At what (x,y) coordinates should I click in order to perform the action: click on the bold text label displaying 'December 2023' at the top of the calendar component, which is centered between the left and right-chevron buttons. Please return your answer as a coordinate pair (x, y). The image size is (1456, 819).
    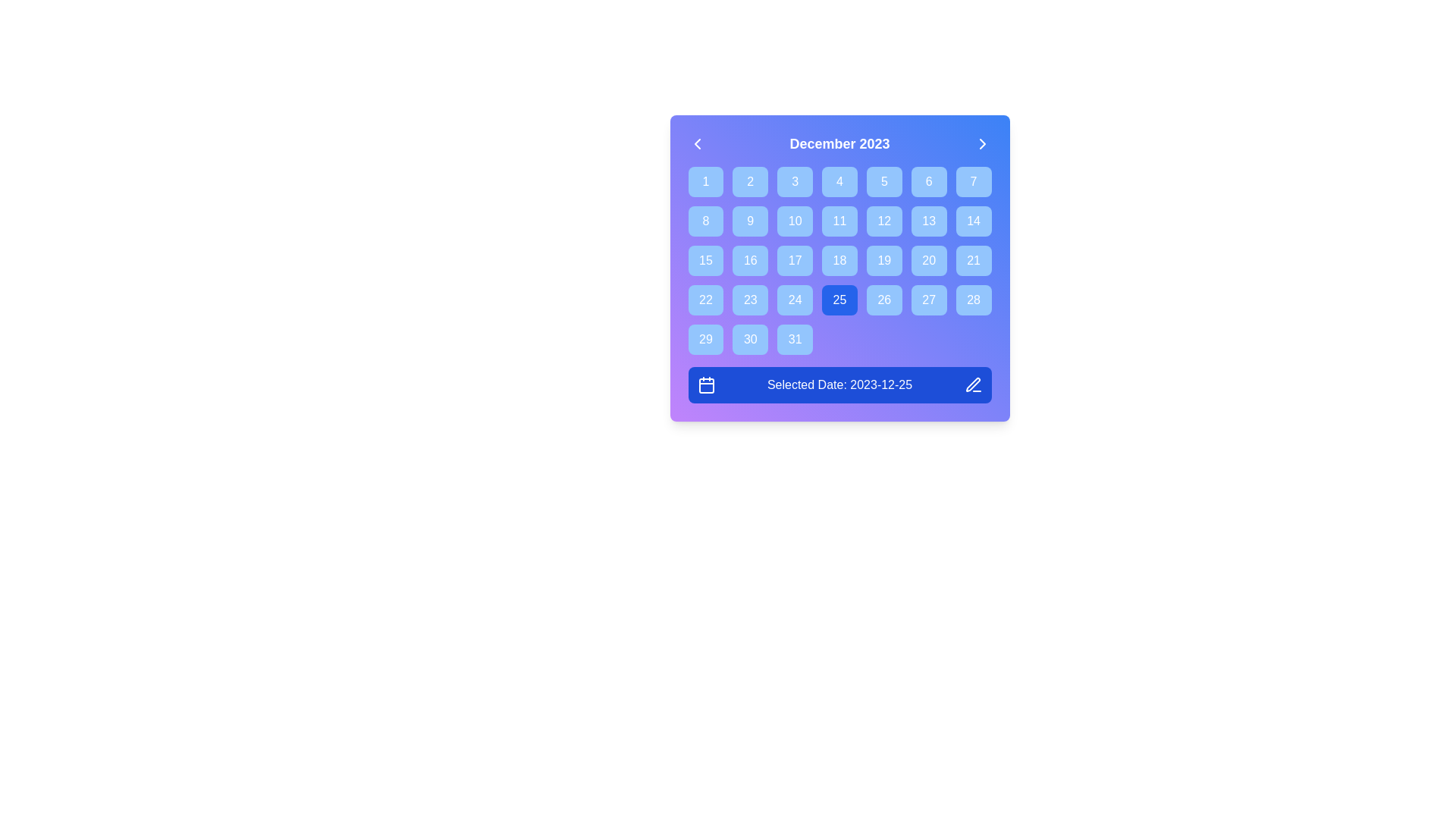
    Looking at the image, I should click on (839, 143).